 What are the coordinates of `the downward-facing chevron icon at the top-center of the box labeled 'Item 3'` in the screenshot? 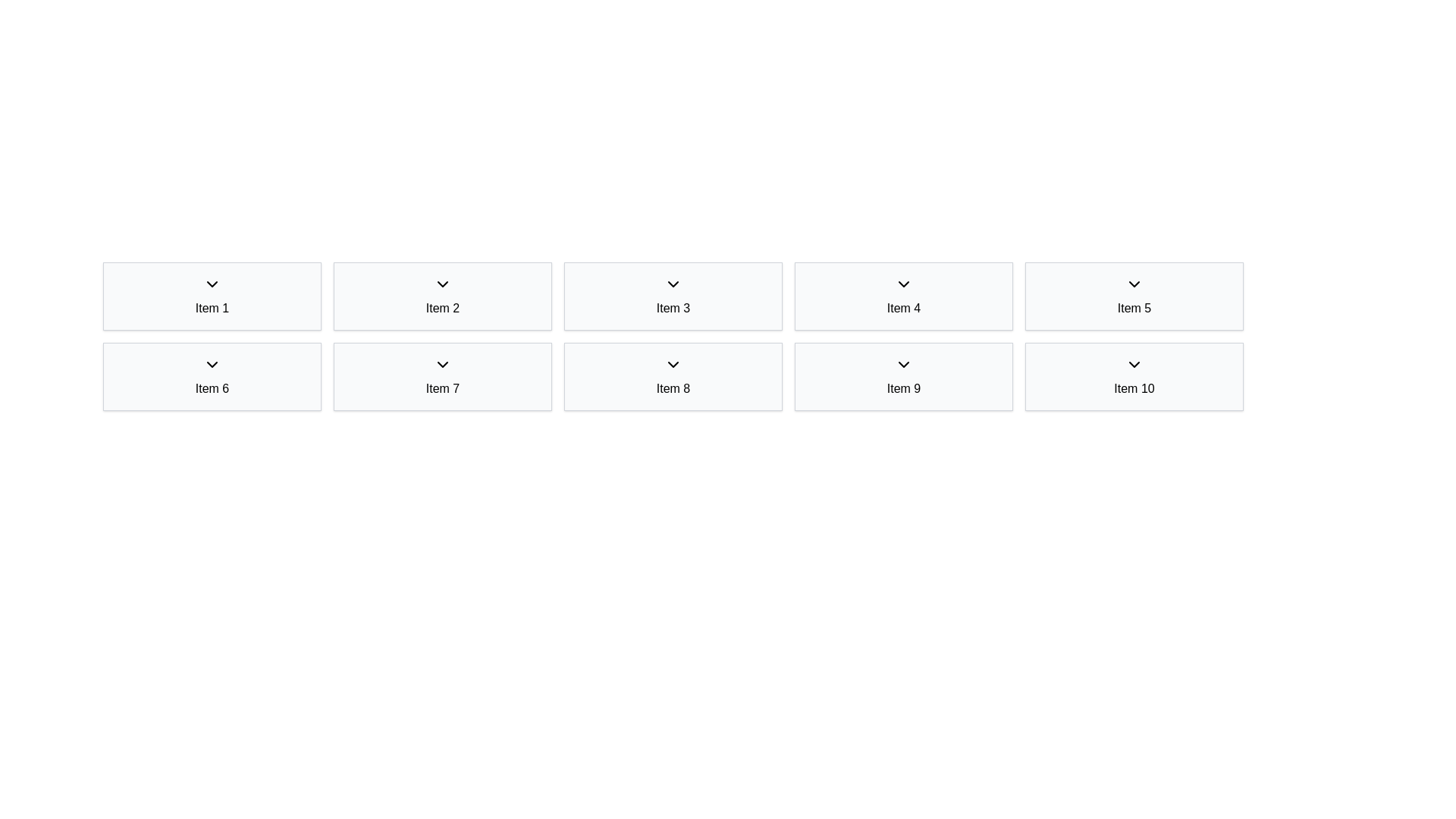 It's located at (673, 284).